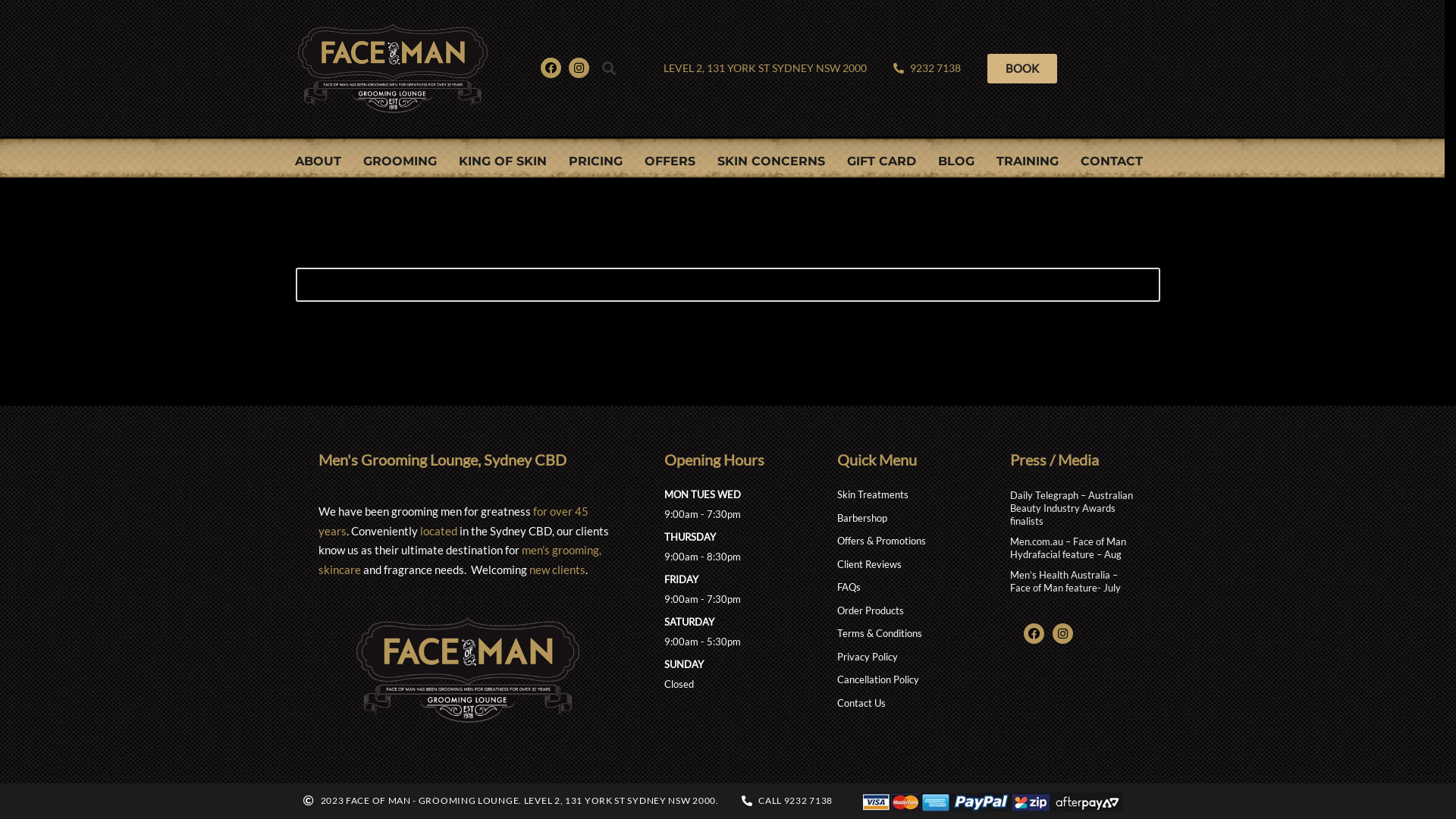  I want to click on 'CALL 9232 7138', so click(786, 800).